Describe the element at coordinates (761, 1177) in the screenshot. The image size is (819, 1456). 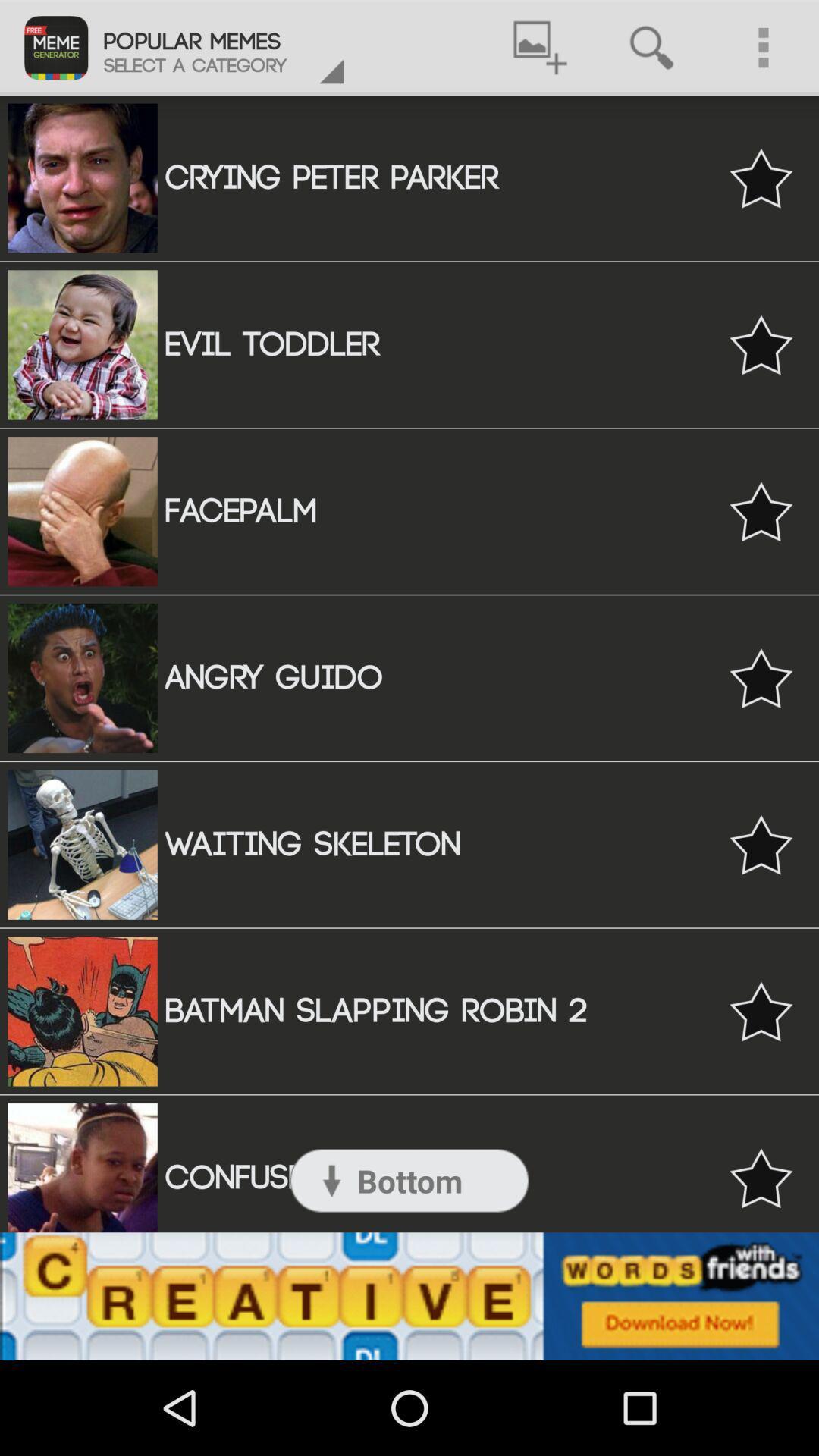
I see `this meme` at that location.